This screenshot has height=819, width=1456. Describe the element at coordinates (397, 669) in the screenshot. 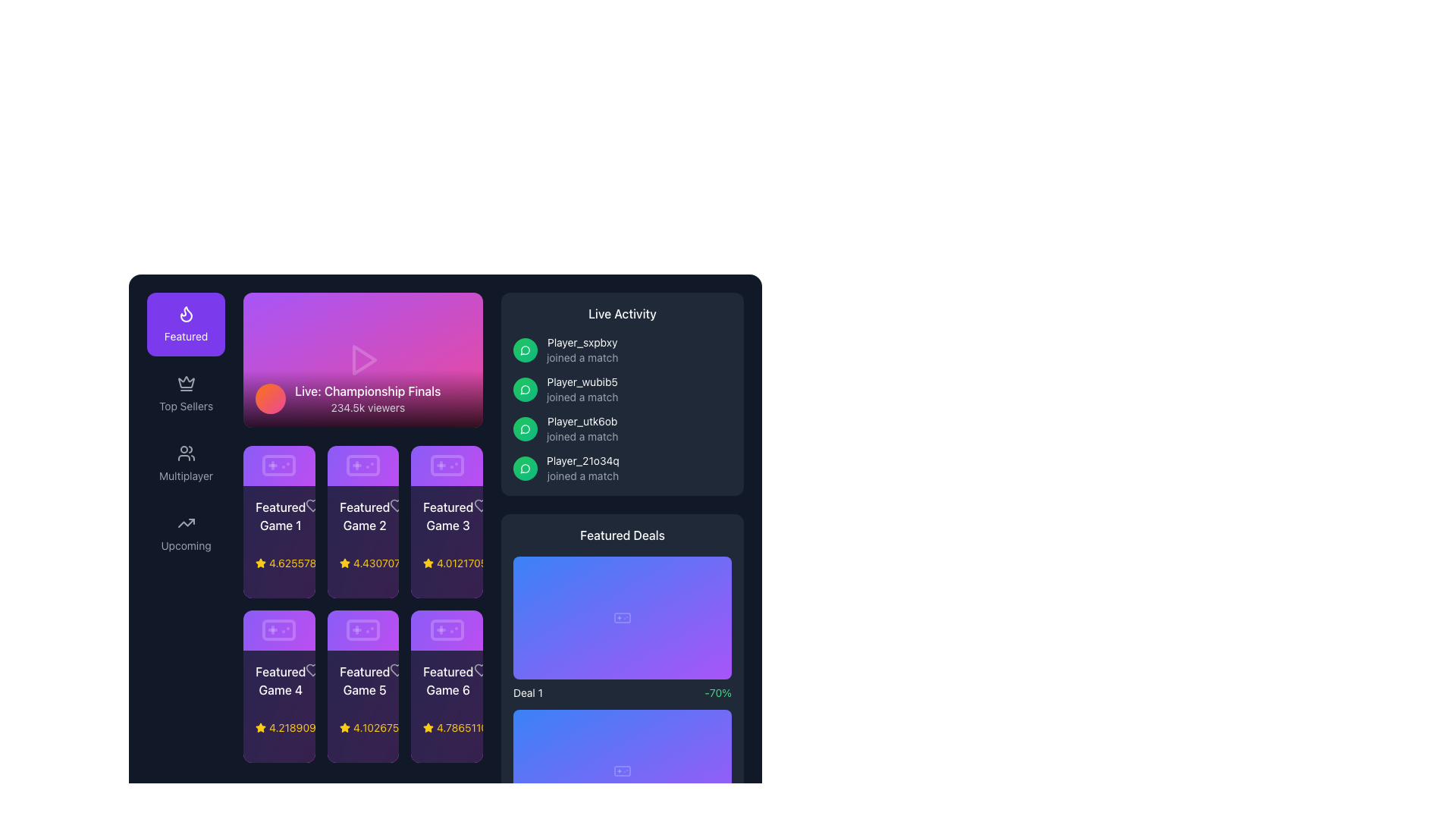

I see `the heart icon button located in the top-right corner of the 'Featured Game 5' card` at that location.